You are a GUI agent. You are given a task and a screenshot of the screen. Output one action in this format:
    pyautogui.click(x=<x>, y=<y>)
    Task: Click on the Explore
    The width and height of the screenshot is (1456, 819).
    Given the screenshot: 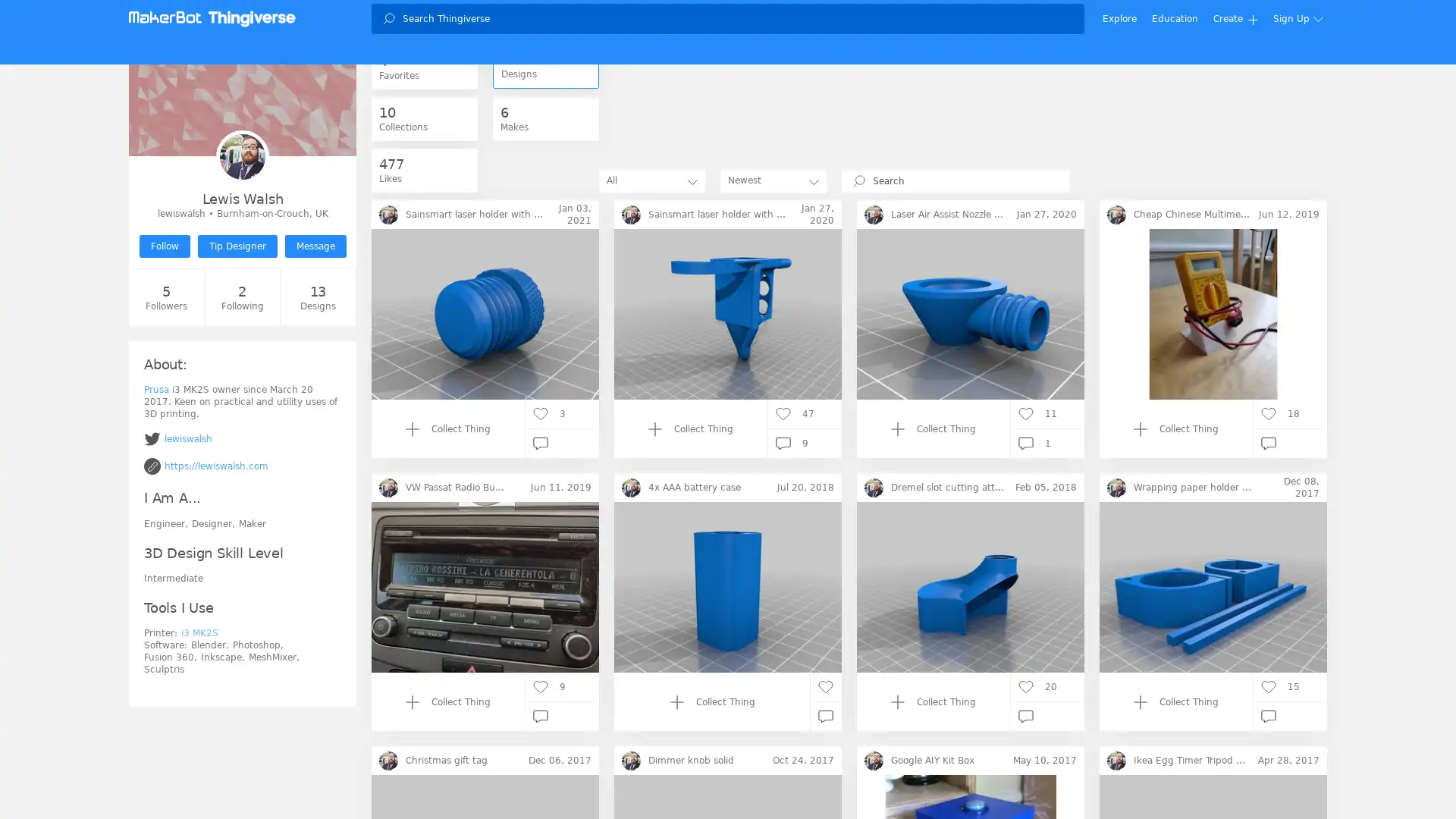 What is the action you would take?
    pyautogui.click(x=1119, y=18)
    